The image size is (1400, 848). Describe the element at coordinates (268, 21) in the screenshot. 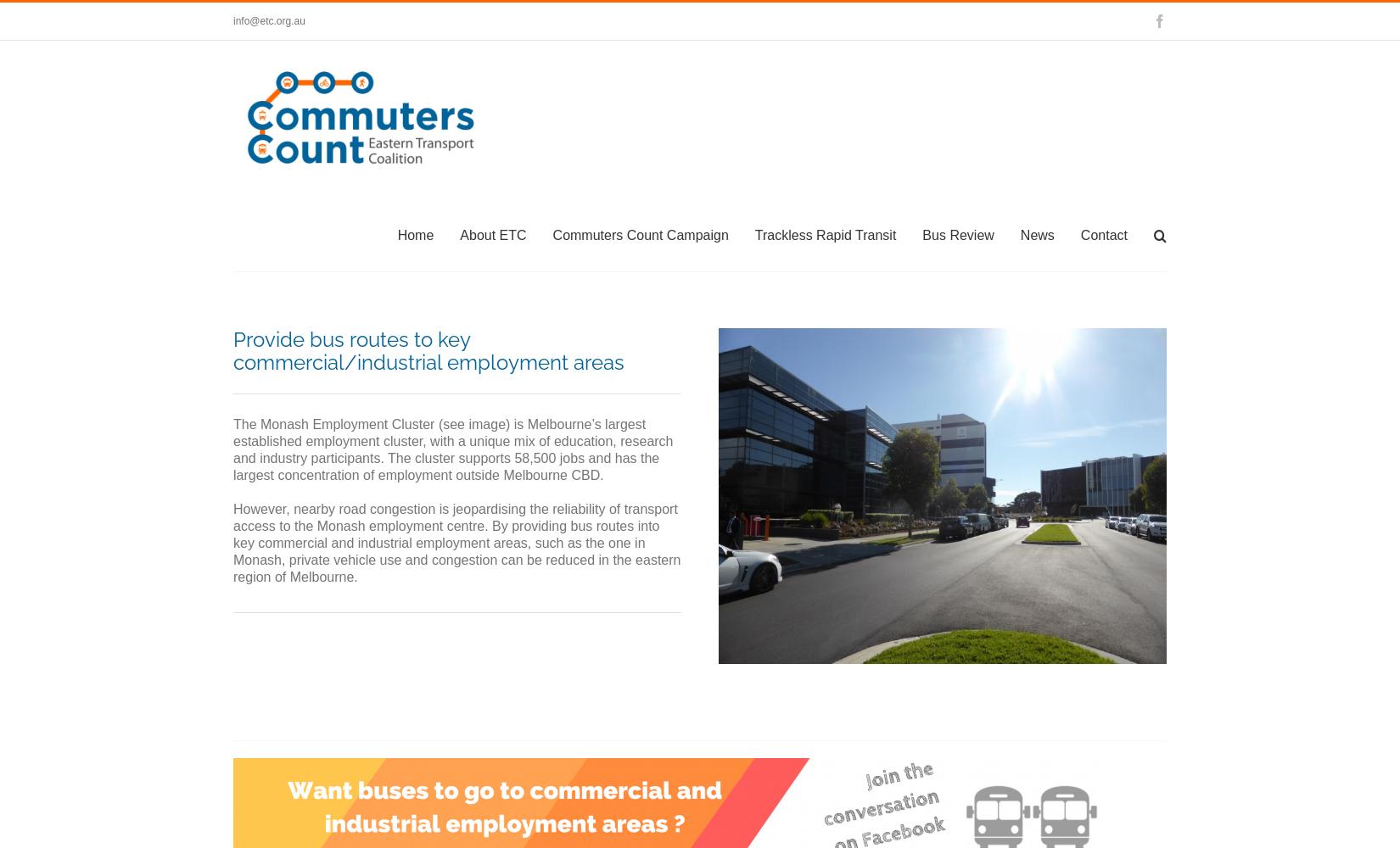

I see `'info@etc.org.au'` at that location.